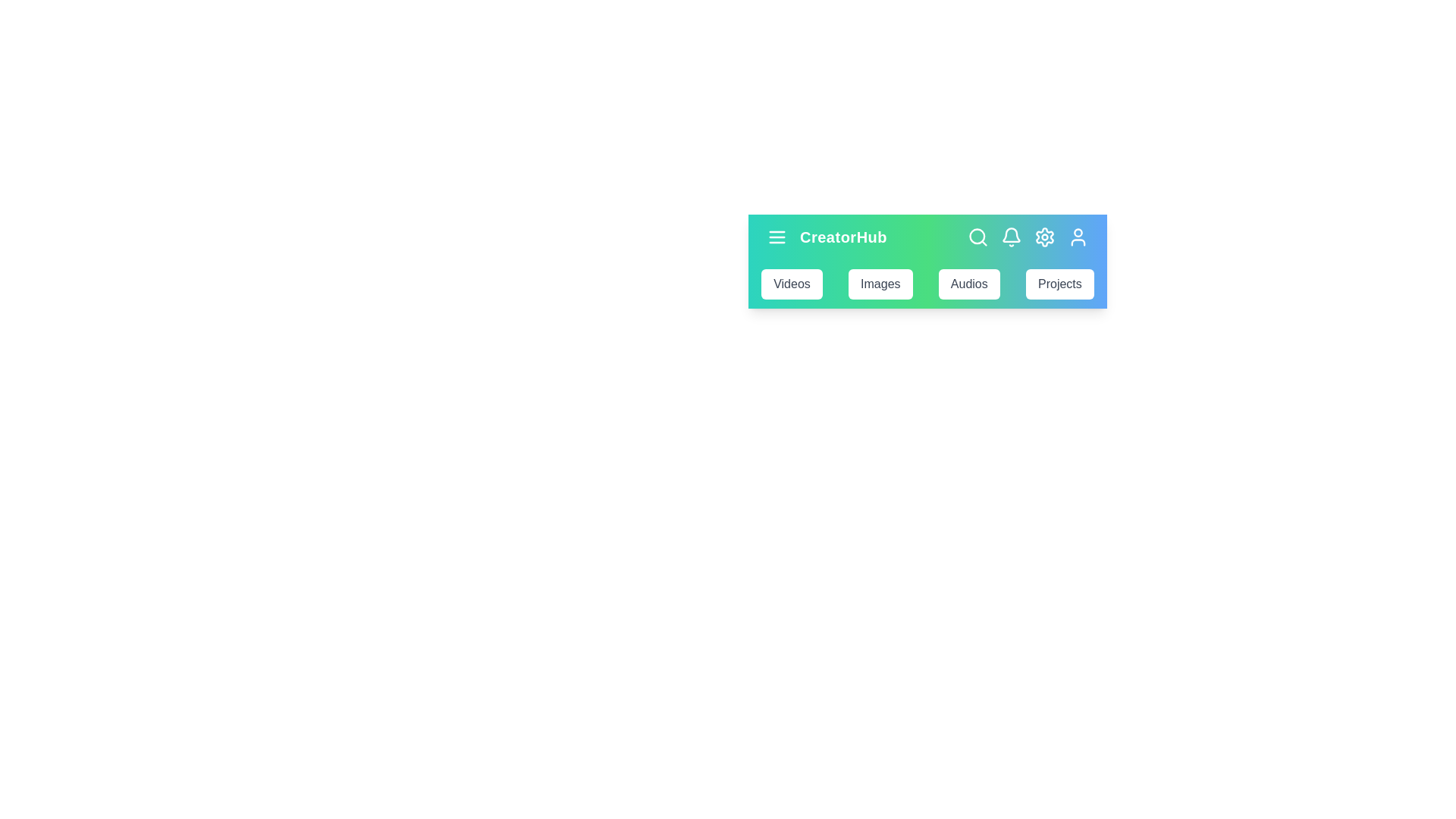  What do you see at coordinates (777, 237) in the screenshot?
I see `the menu icon to toggle the menu visibility` at bounding box center [777, 237].